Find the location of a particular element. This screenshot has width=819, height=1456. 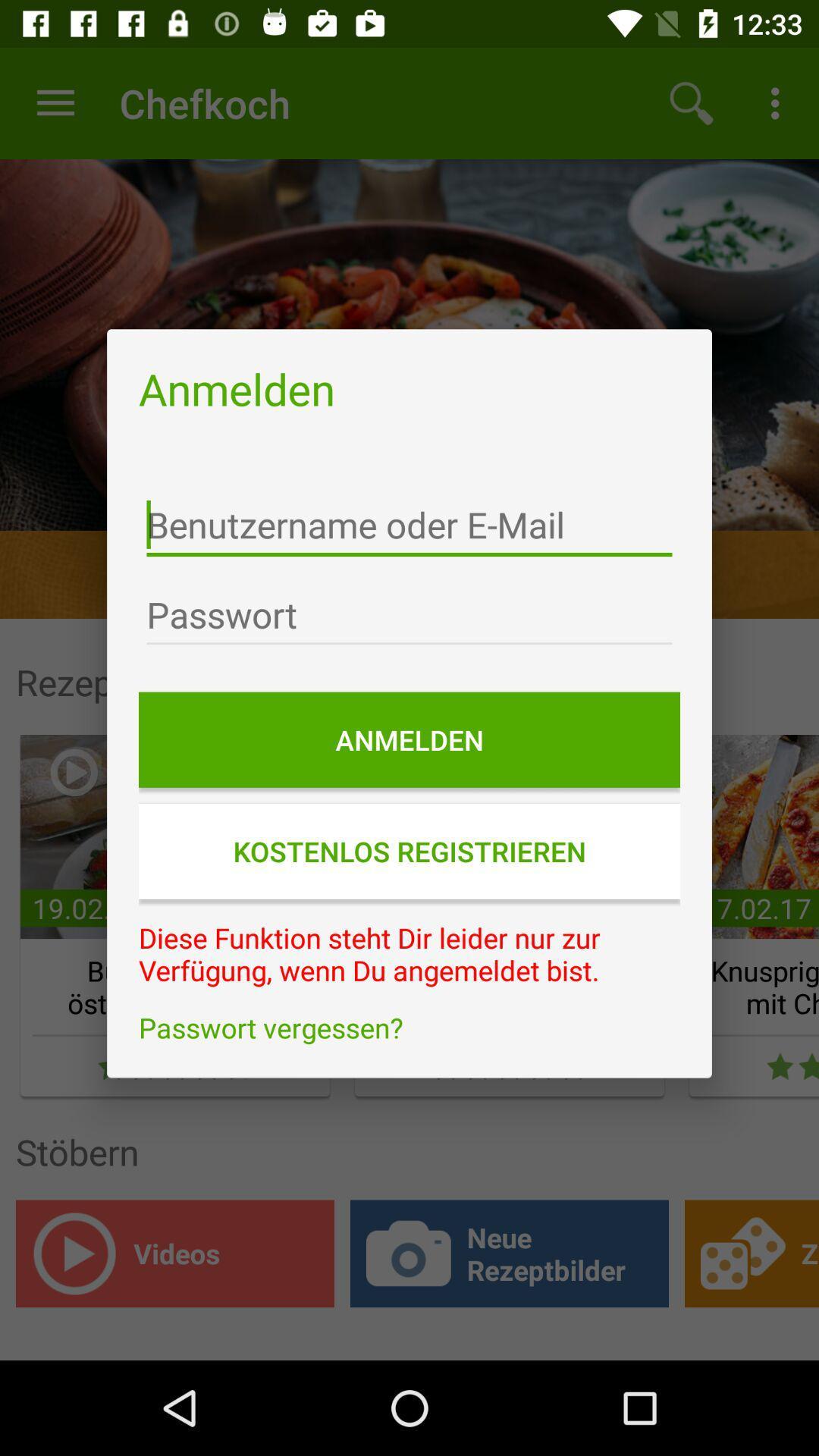

icon below the anmelden icon is located at coordinates (409, 851).